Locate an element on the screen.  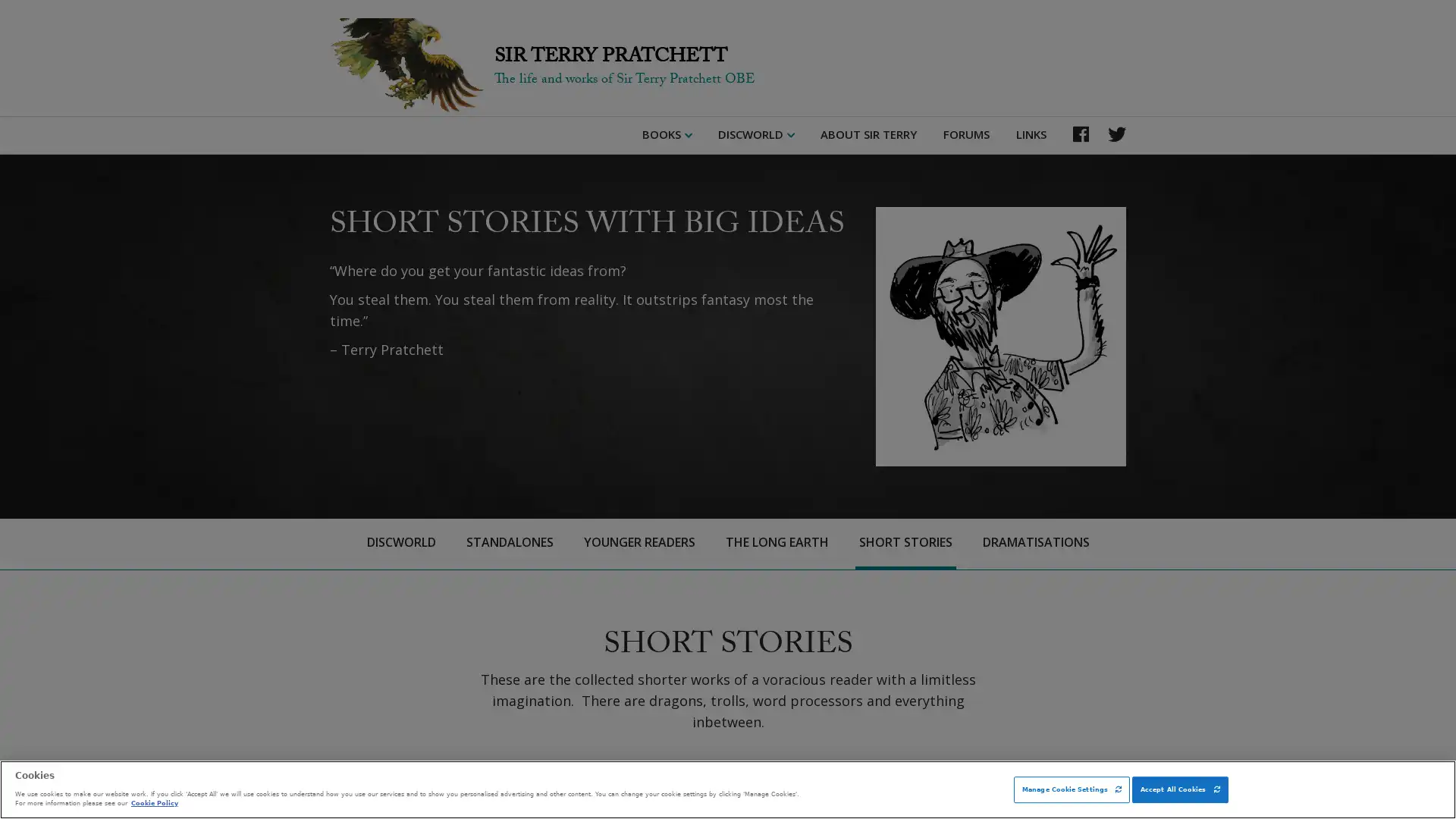
Manage Cookie Settings is located at coordinates (1071, 789).